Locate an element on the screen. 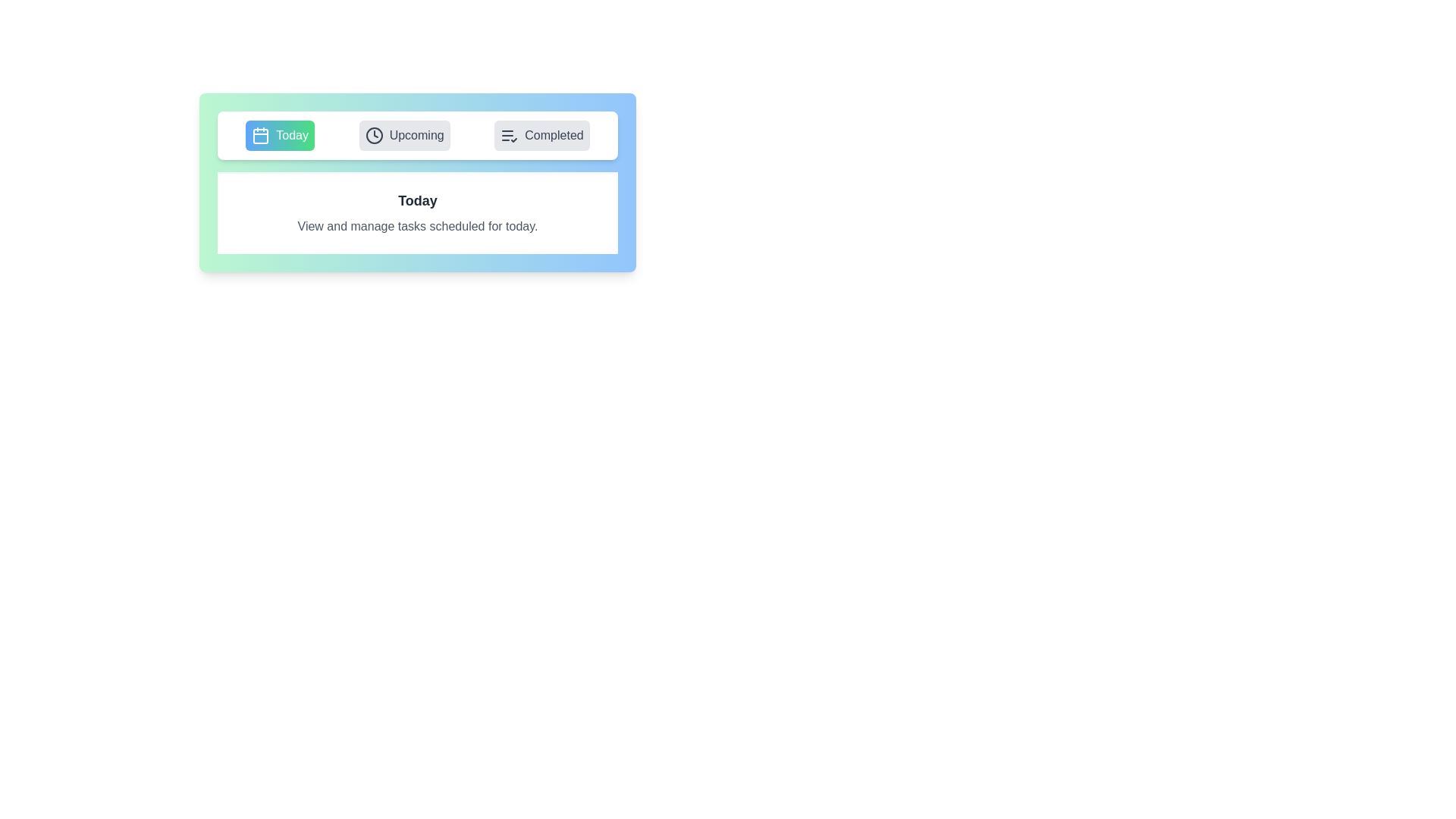  the content of the active tab displayed in the content area is located at coordinates (418, 213).